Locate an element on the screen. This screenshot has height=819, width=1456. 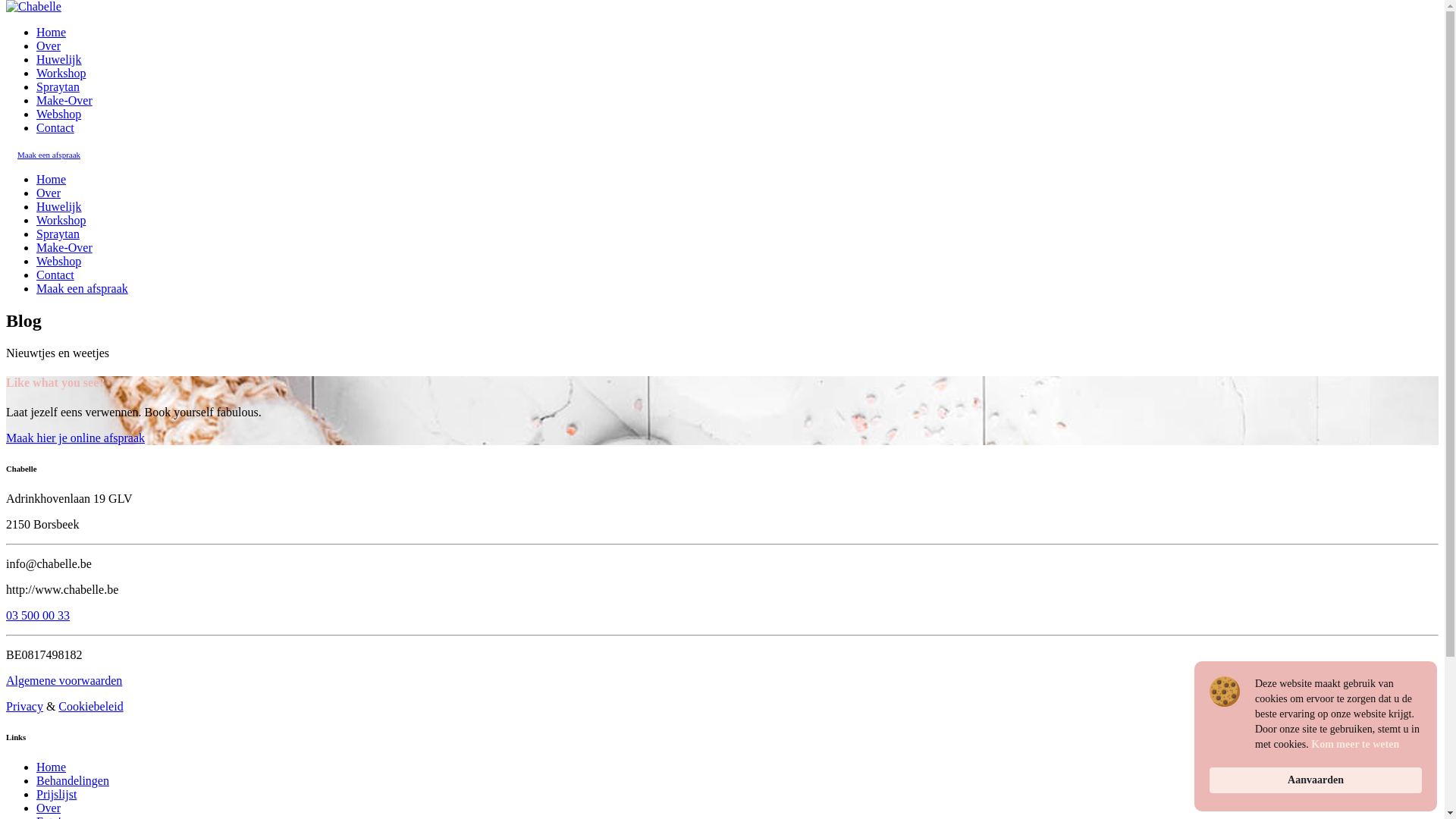
'Kom meer te weten' is located at coordinates (1354, 744).